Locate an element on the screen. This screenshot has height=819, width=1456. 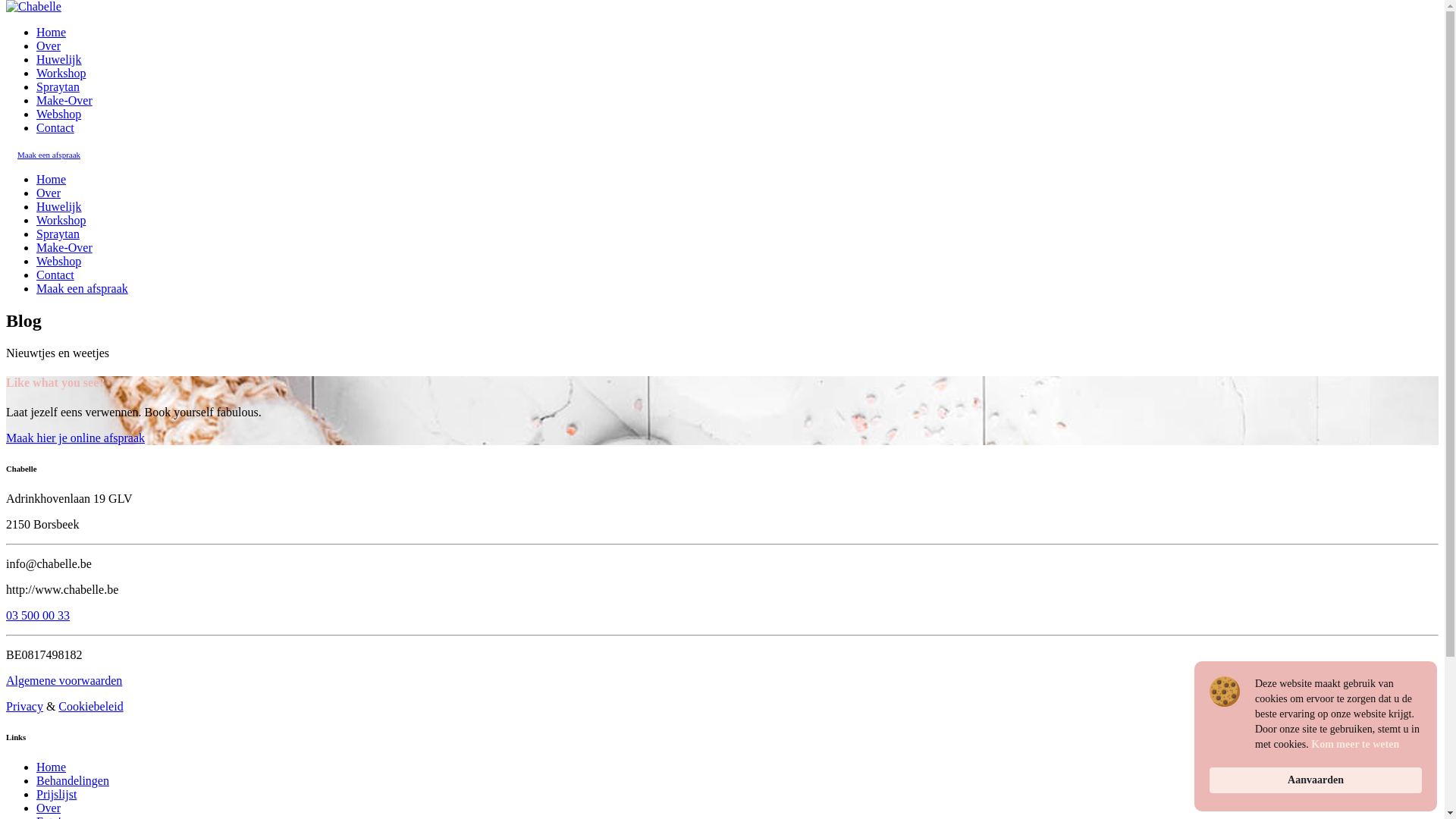
'Kom meer te weten' is located at coordinates (1354, 744).